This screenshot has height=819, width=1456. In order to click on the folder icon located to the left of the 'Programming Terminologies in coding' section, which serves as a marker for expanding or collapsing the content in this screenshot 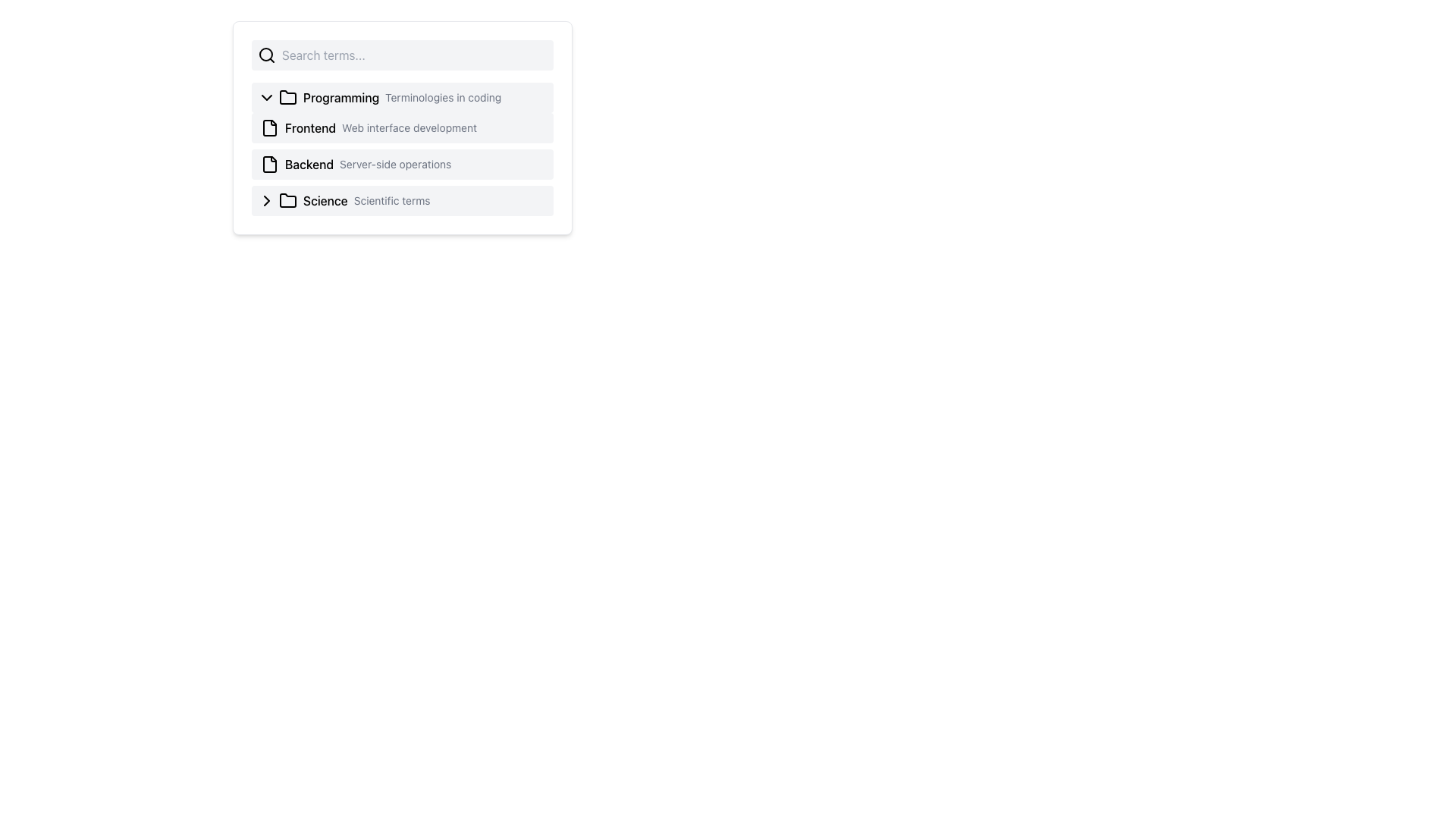, I will do `click(287, 97)`.